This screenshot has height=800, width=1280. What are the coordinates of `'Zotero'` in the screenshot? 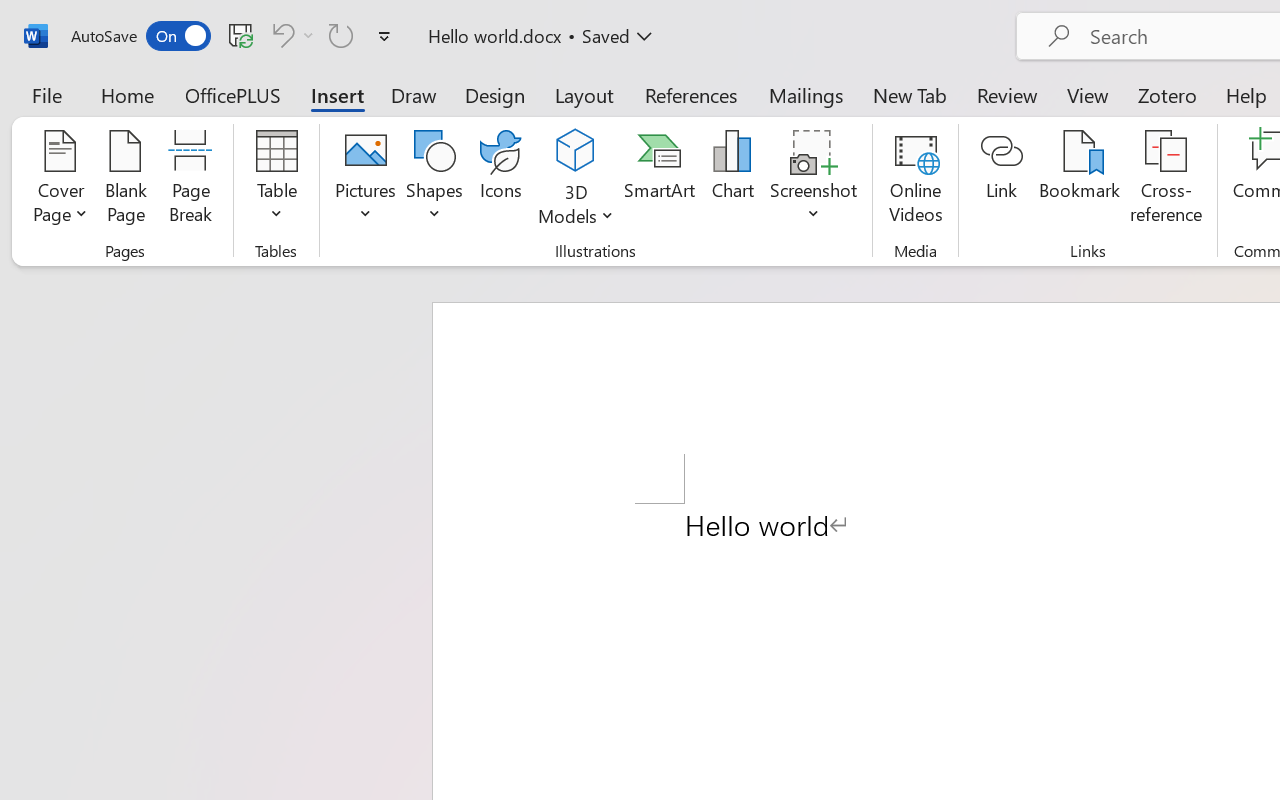 It's located at (1167, 94).